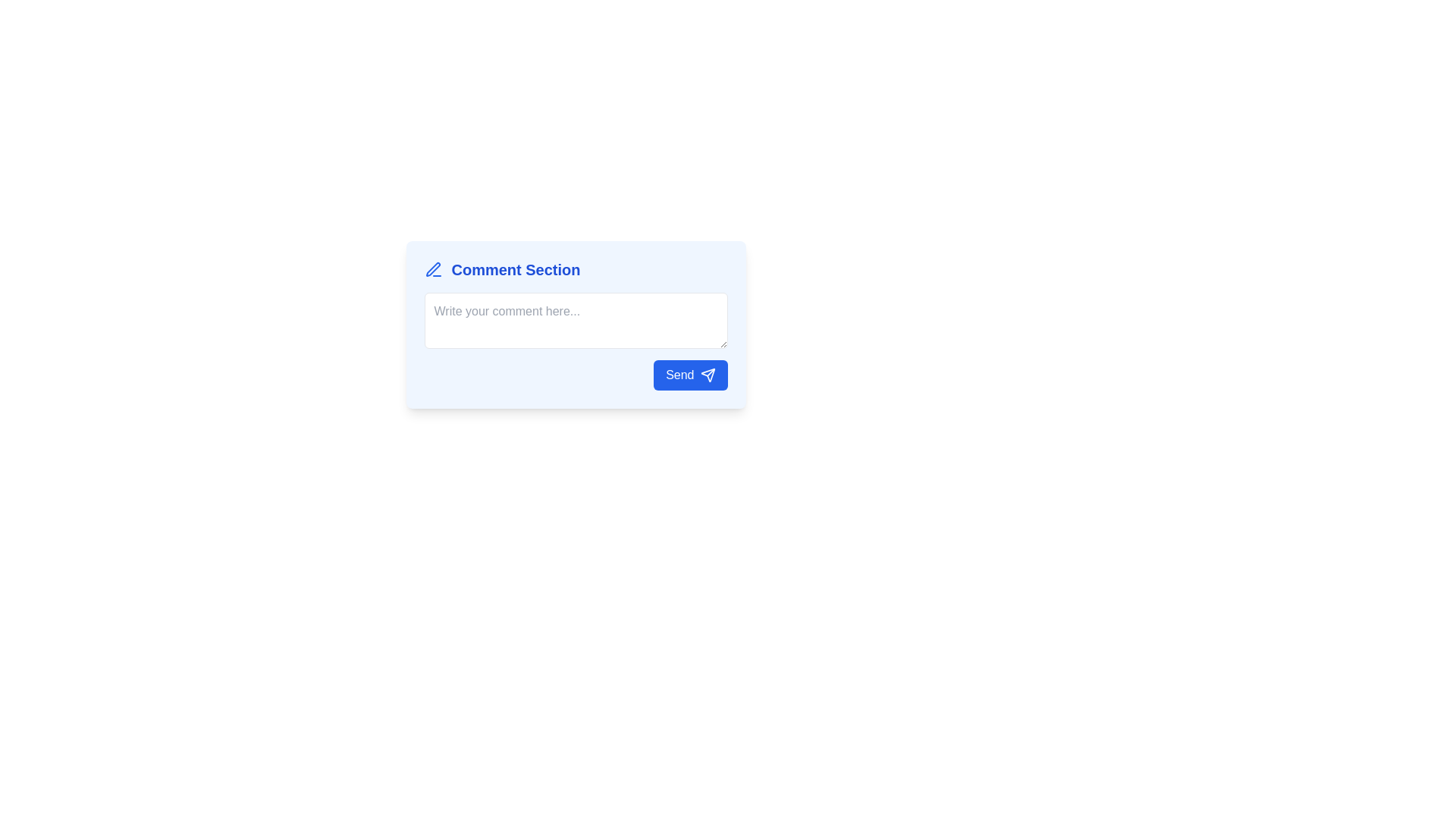 The width and height of the screenshot is (1456, 819). Describe the element at coordinates (707, 375) in the screenshot. I see `the send action icon located on the right side of the 'Send' button in the bottom-right corner of the comment input section` at that location.